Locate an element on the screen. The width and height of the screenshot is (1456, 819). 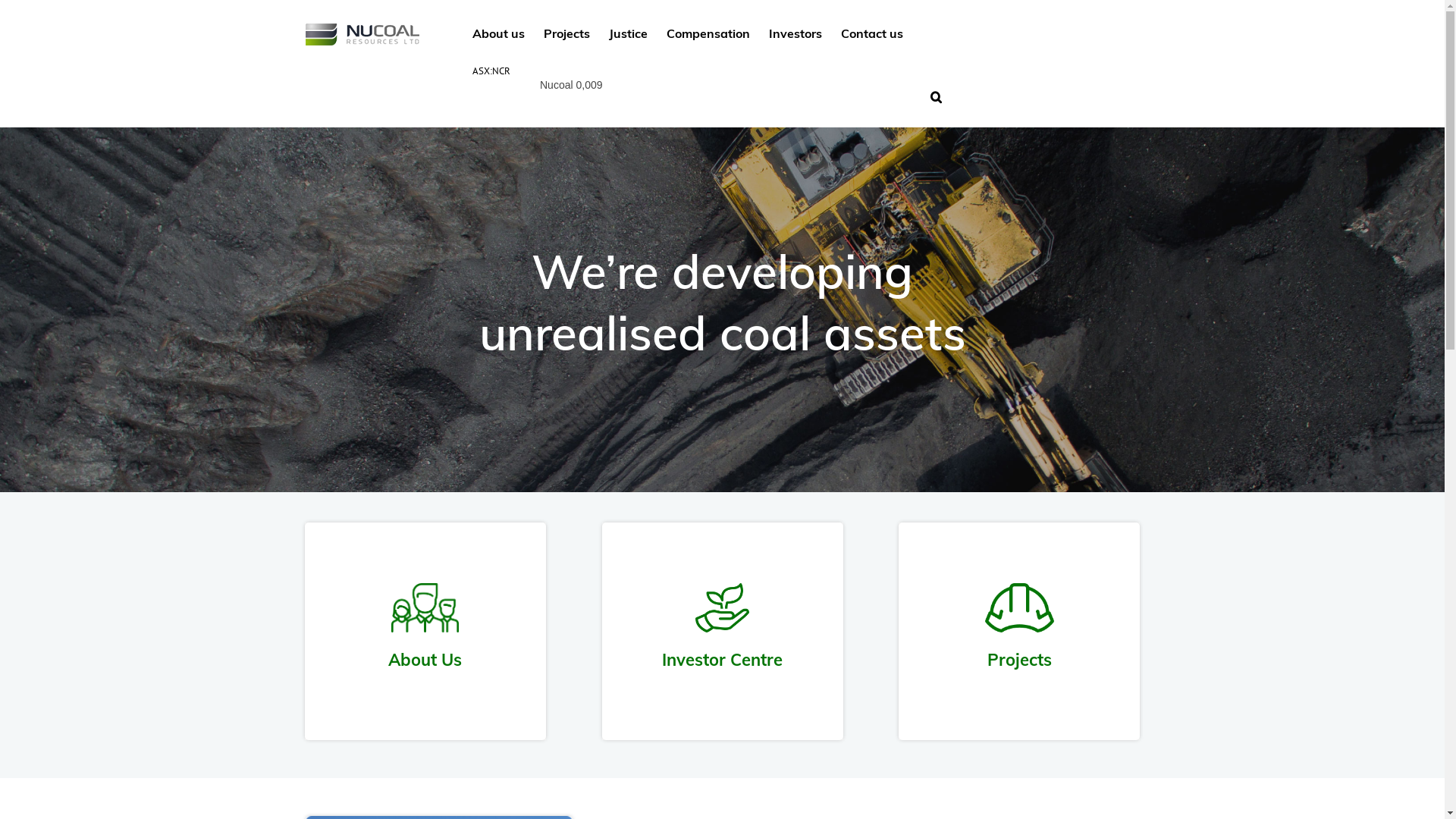
'and-plant-icon-green' is located at coordinates (722, 607).